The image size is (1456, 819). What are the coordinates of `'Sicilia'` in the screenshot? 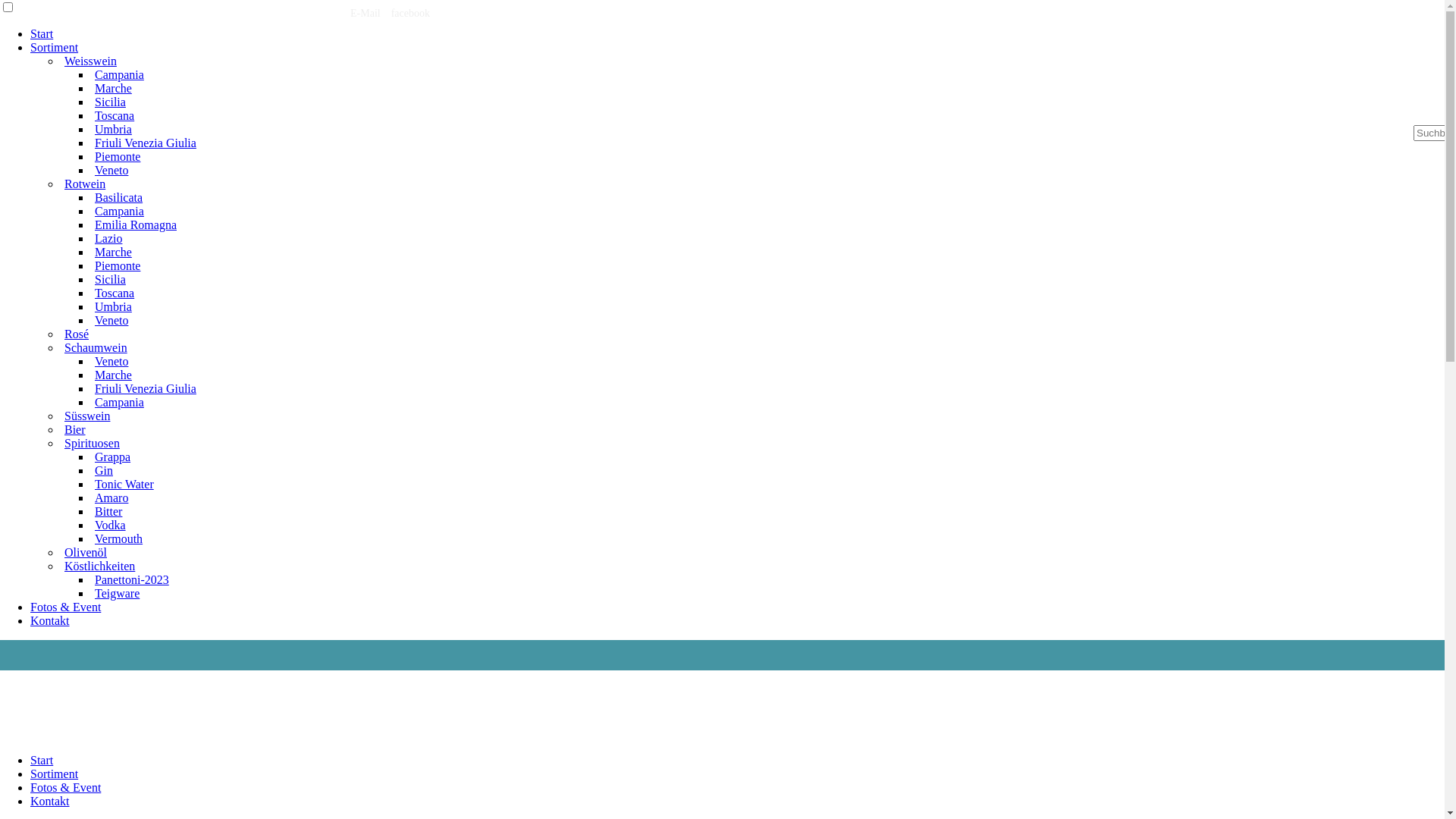 It's located at (109, 279).